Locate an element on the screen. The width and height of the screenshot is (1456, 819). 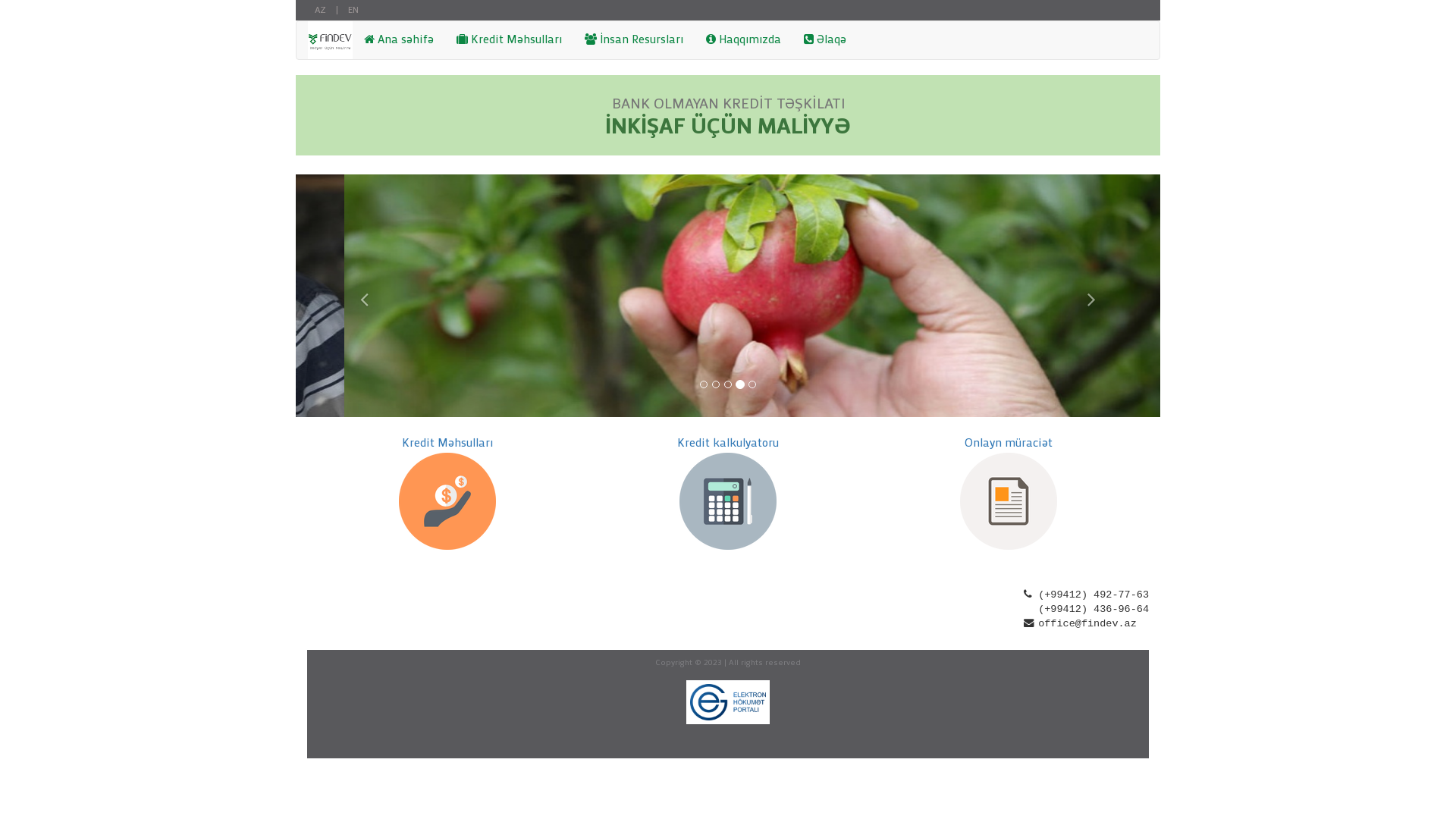
'AZ' is located at coordinates (319, 10).